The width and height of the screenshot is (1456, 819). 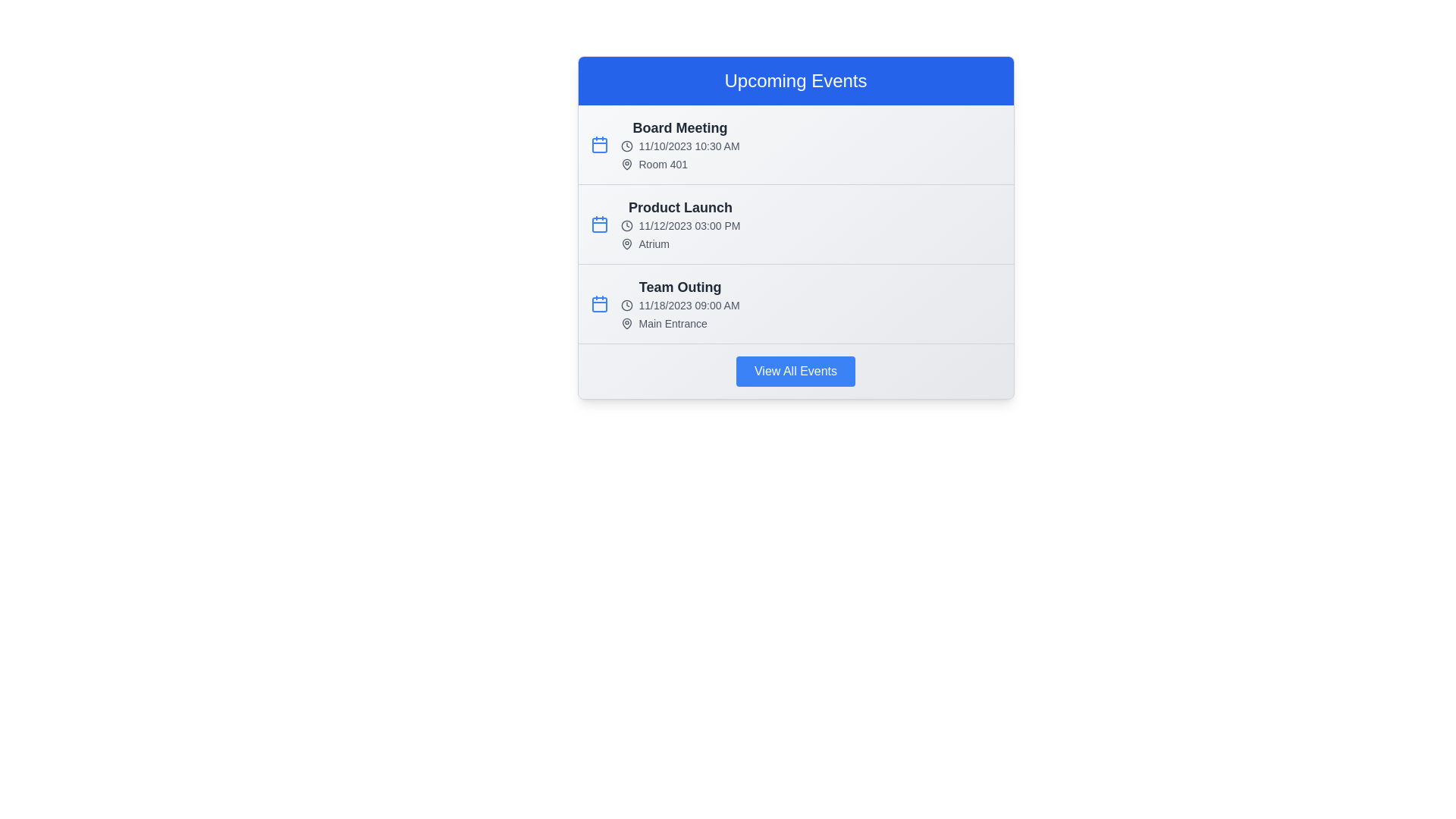 What do you see at coordinates (626, 164) in the screenshot?
I see `the icon that visually indicates the location of 'Room 401', positioned to the left of the text` at bounding box center [626, 164].